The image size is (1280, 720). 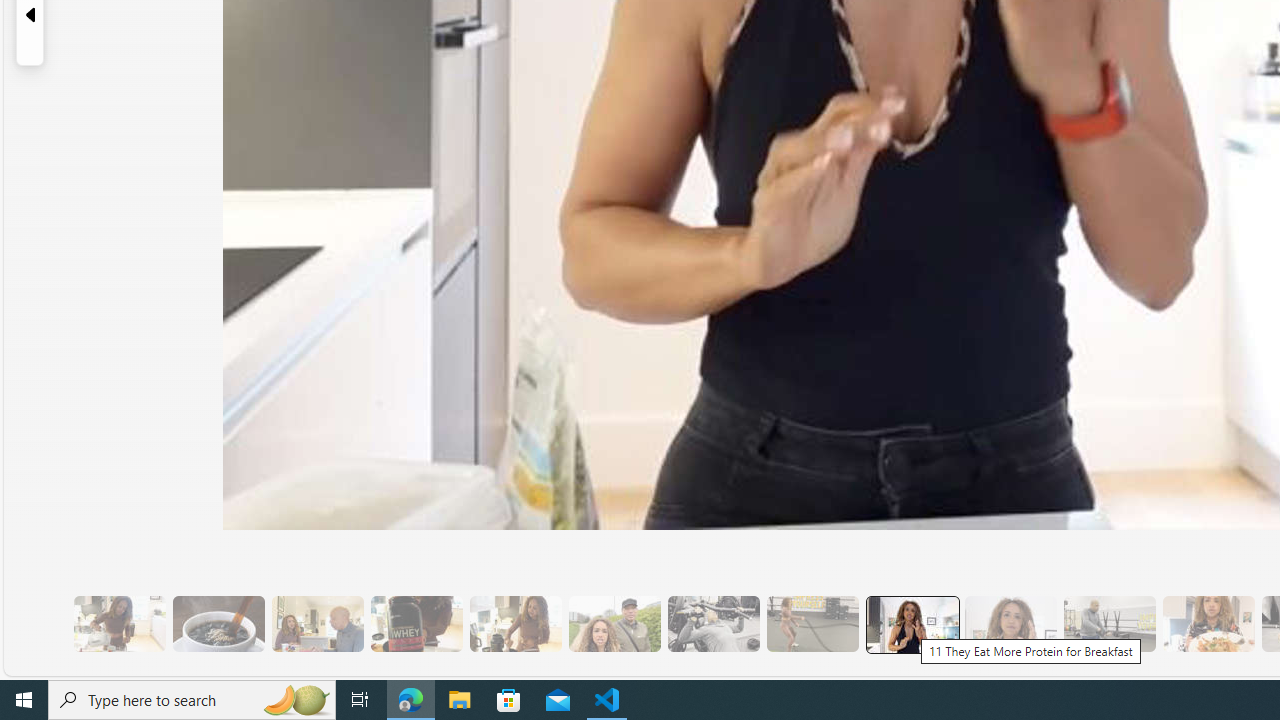 I want to click on '9 They Do Bench Exercises', so click(x=713, y=623).